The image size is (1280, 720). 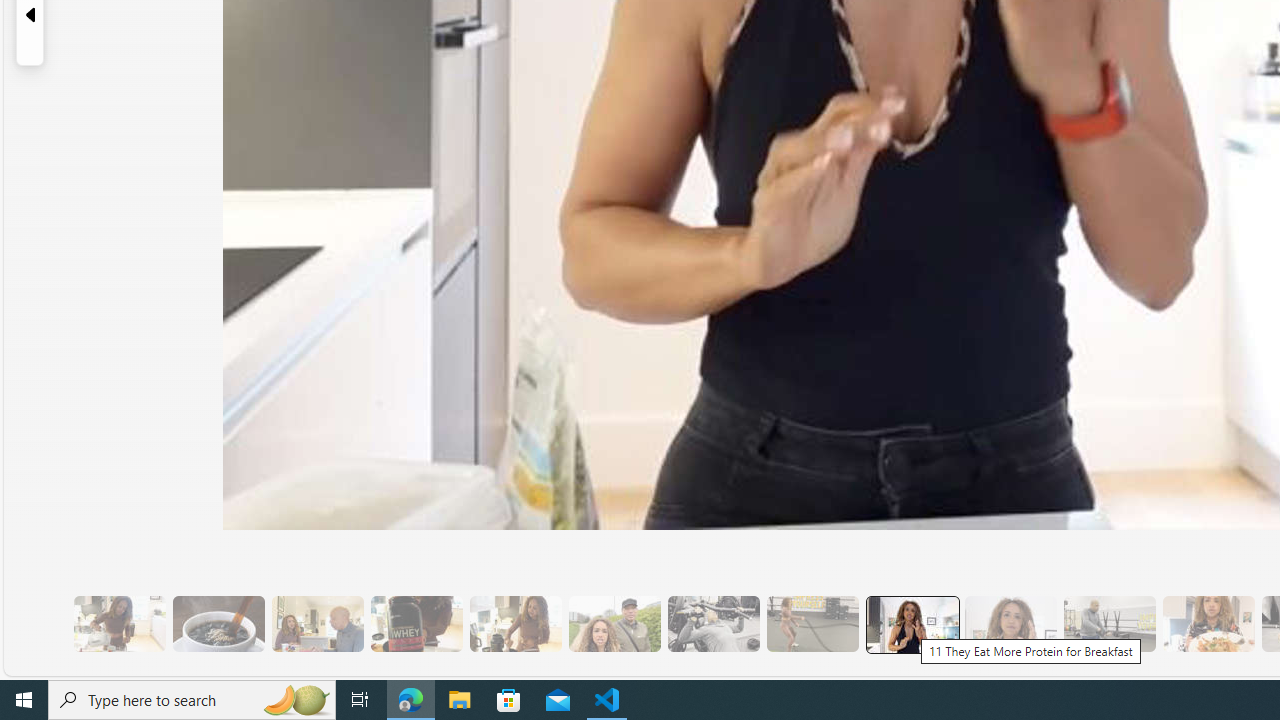 I want to click on '9 They Do Bench Exercises', so click(x=713, y=623).